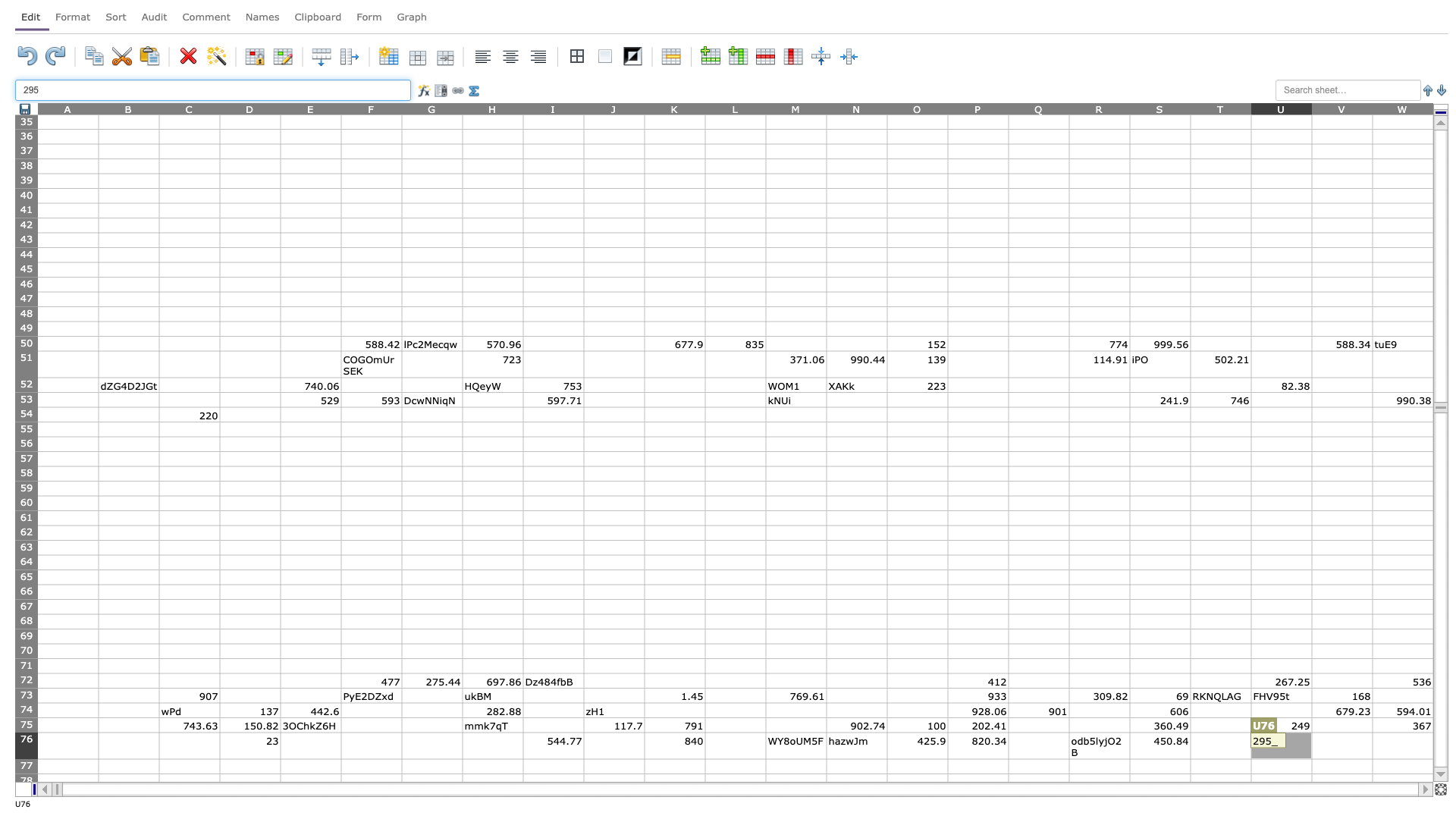 The height and width of the screenshot is (819, 1456). I want to click on top left corner of V76, so click(1310, 731).